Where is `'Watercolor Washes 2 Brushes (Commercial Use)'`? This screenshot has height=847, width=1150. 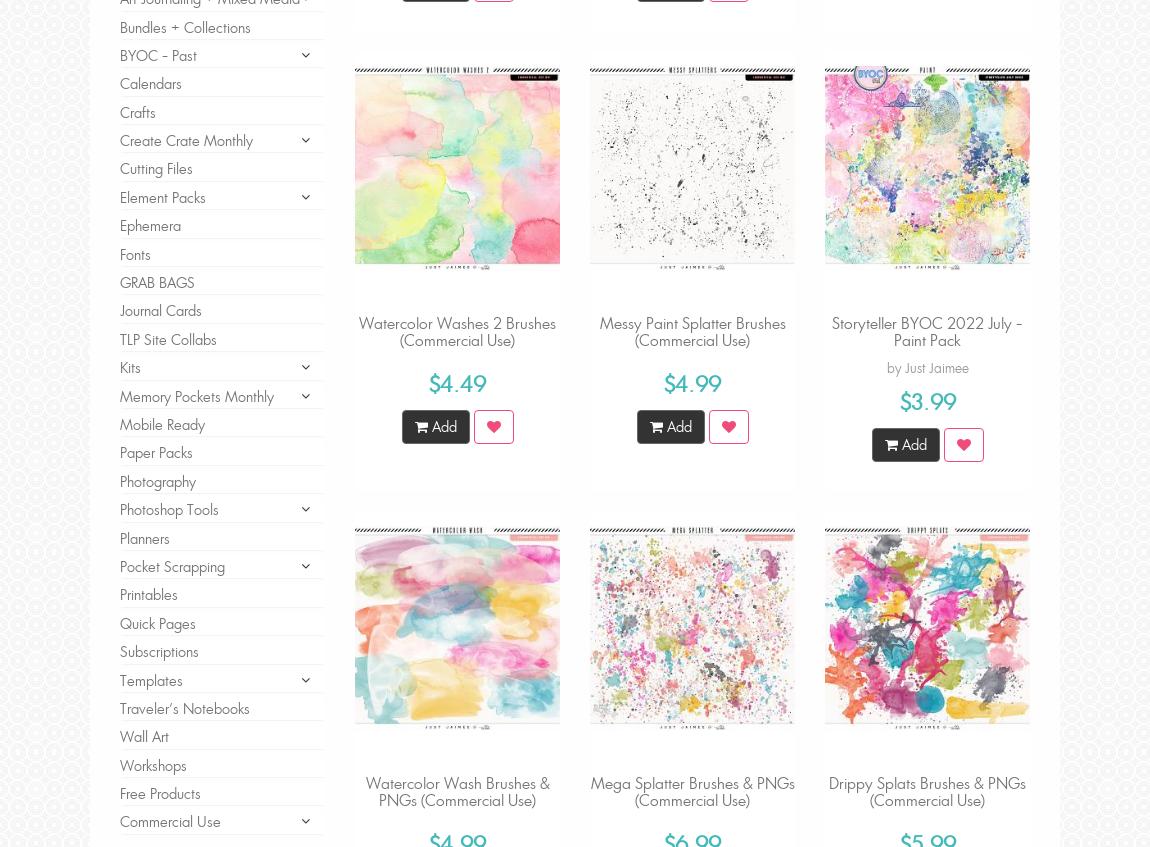 'Watercolor Washes 2 Brushes (Commercial Use)' is located at coordinates (457, 331).